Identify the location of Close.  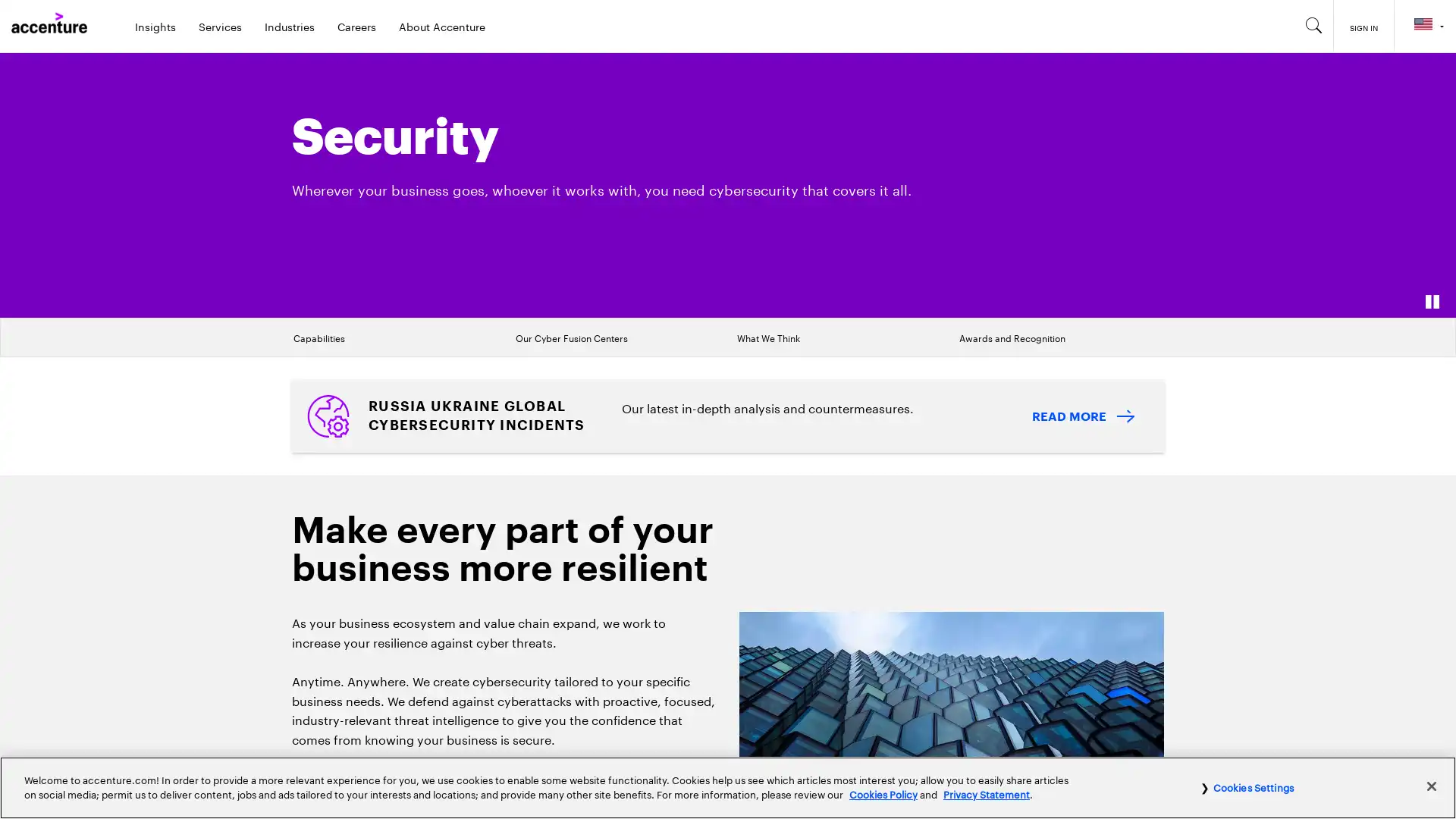
(1430, 785).